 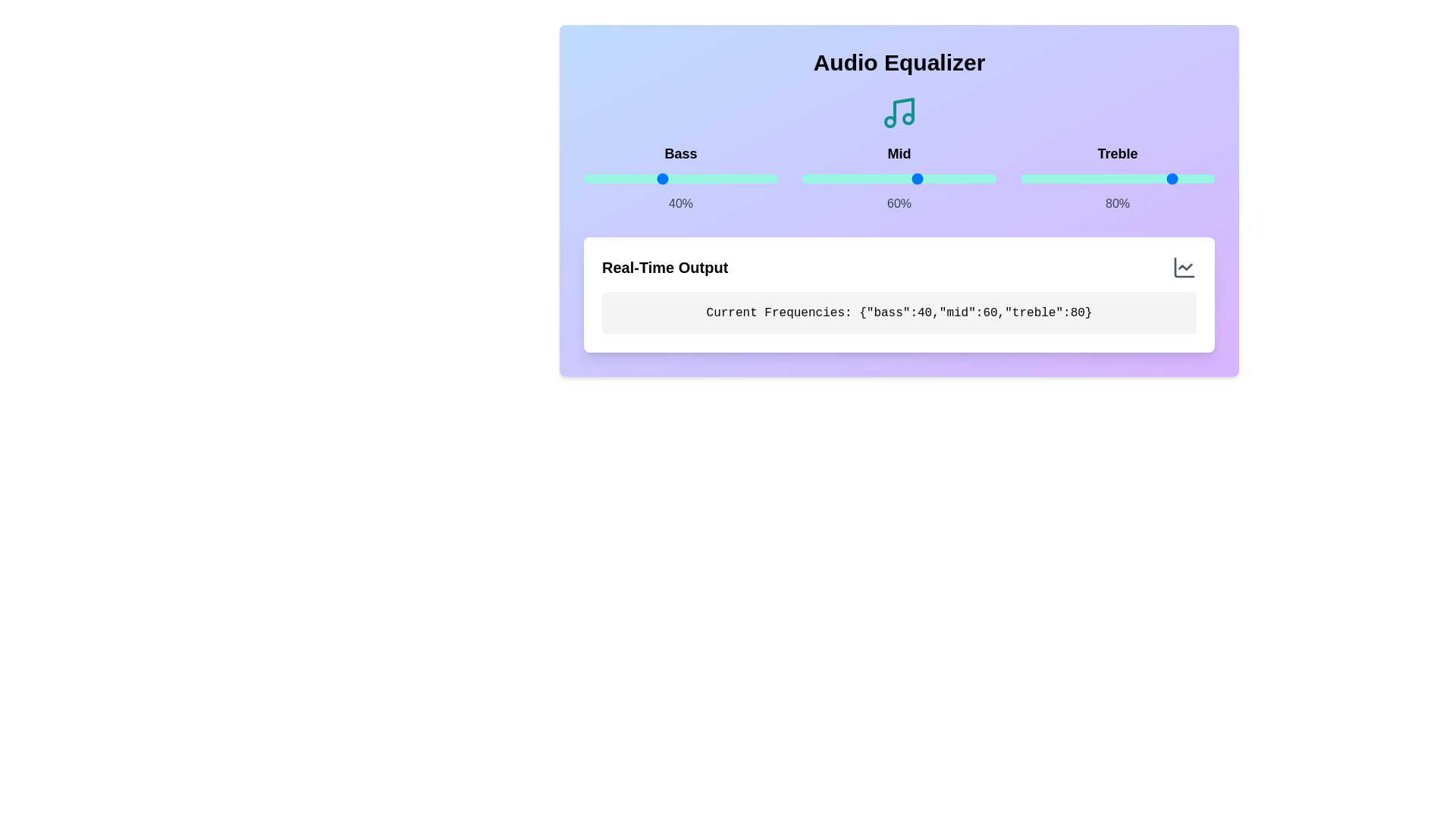 What do you see at coordinates (899, 203) in the screenshot?
I see `the text label displaying '60%' located centrally beneath the 'Mid' slider in the audio equalizer interface, styled in dark gray on a light purple background` at bounding box center [899, 203].